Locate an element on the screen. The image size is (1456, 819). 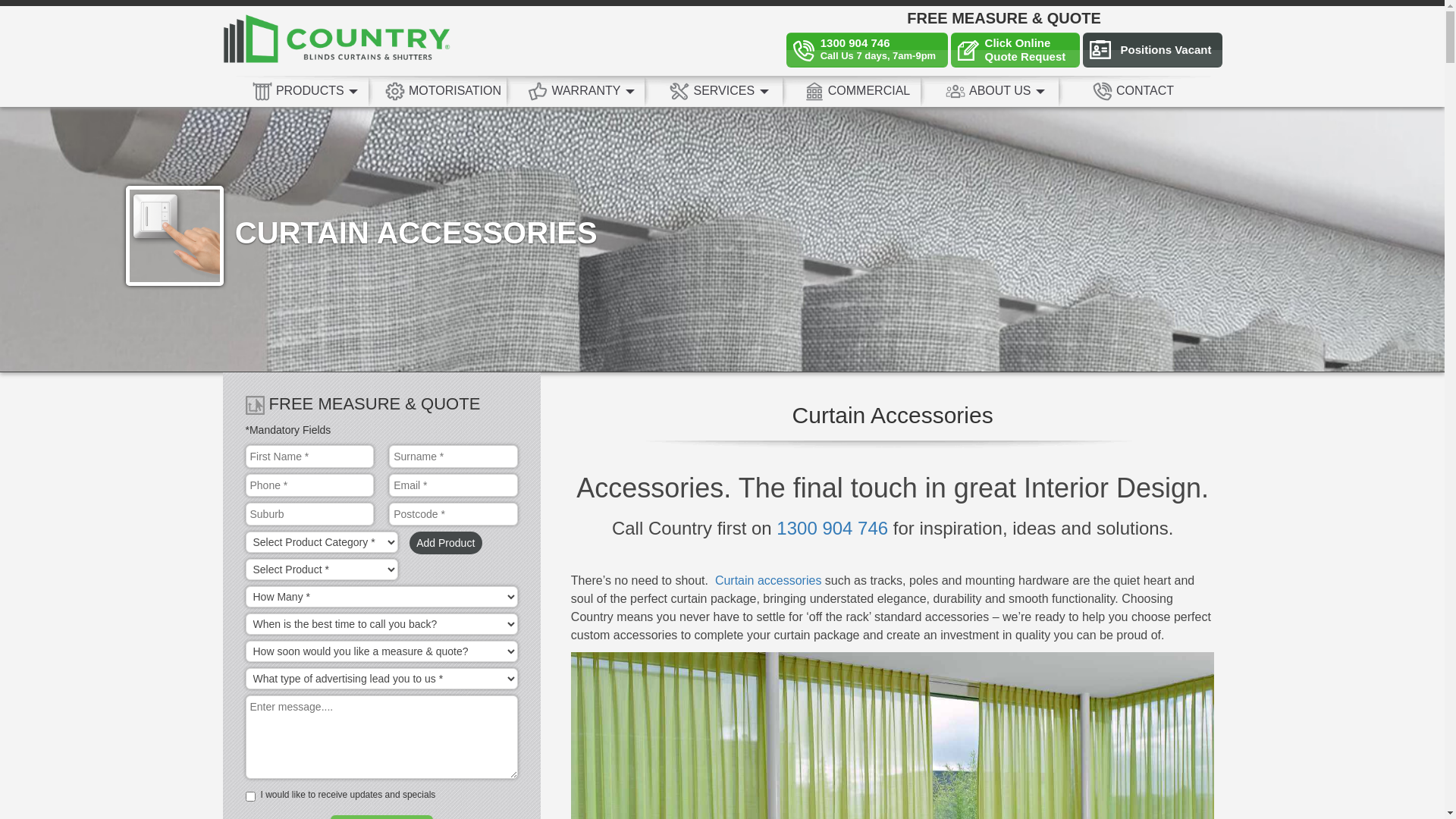
'Click Online is located at coordinates (1015, 49).